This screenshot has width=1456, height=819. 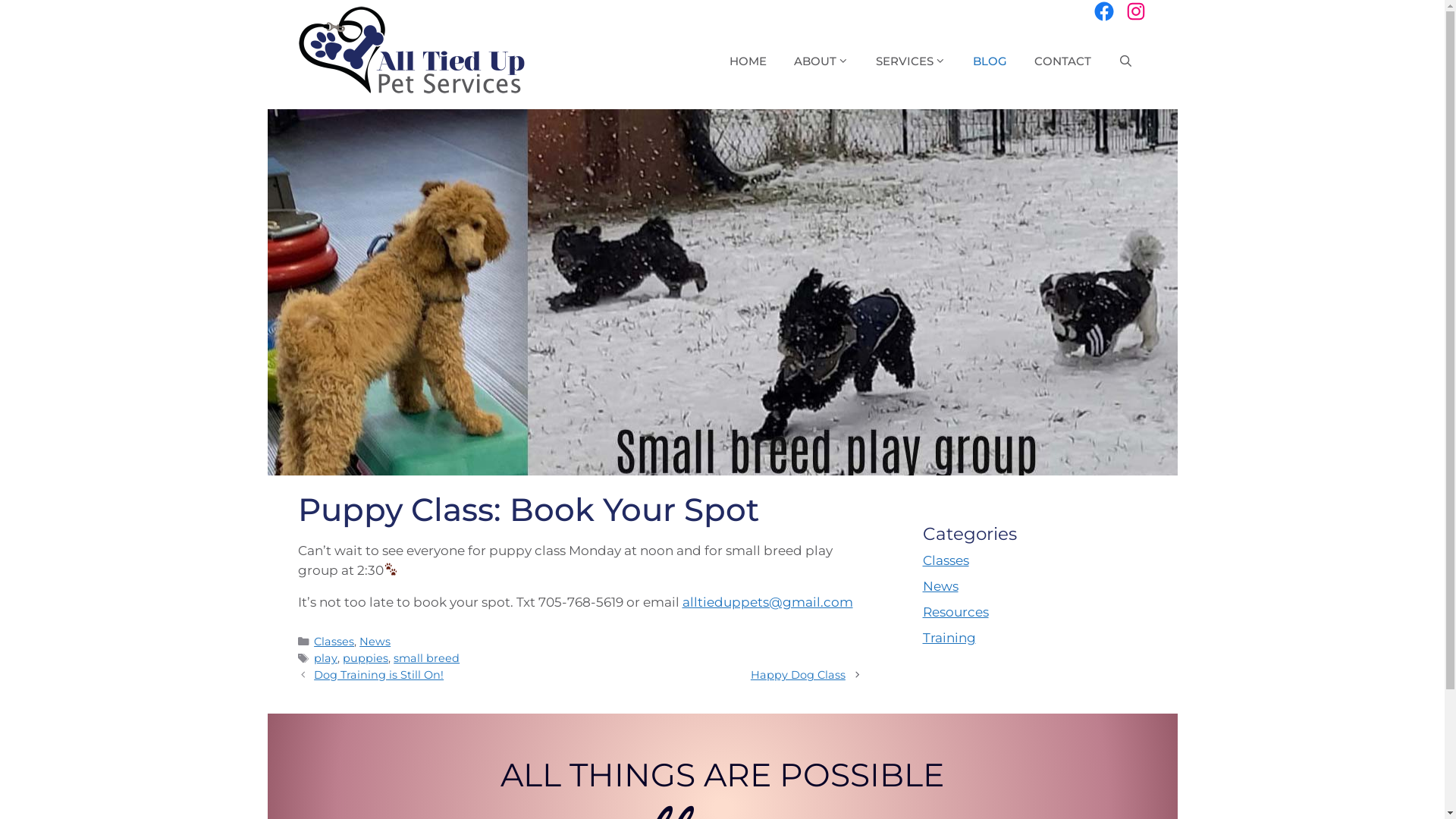 I want to click on 'Training', so click(x=921, y=637).